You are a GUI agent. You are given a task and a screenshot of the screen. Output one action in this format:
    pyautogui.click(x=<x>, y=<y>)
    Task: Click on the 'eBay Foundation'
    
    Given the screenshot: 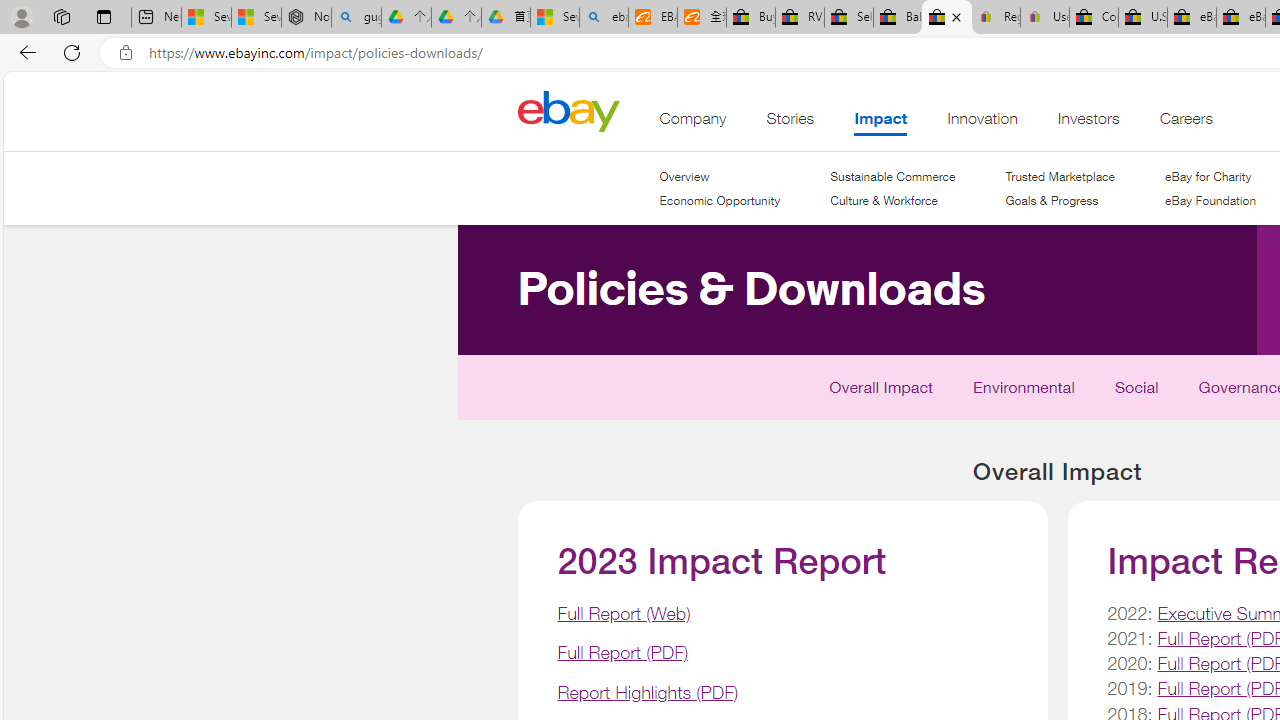 What is the action you would take?
    pyautogui.click(x=1209, y=200)
    